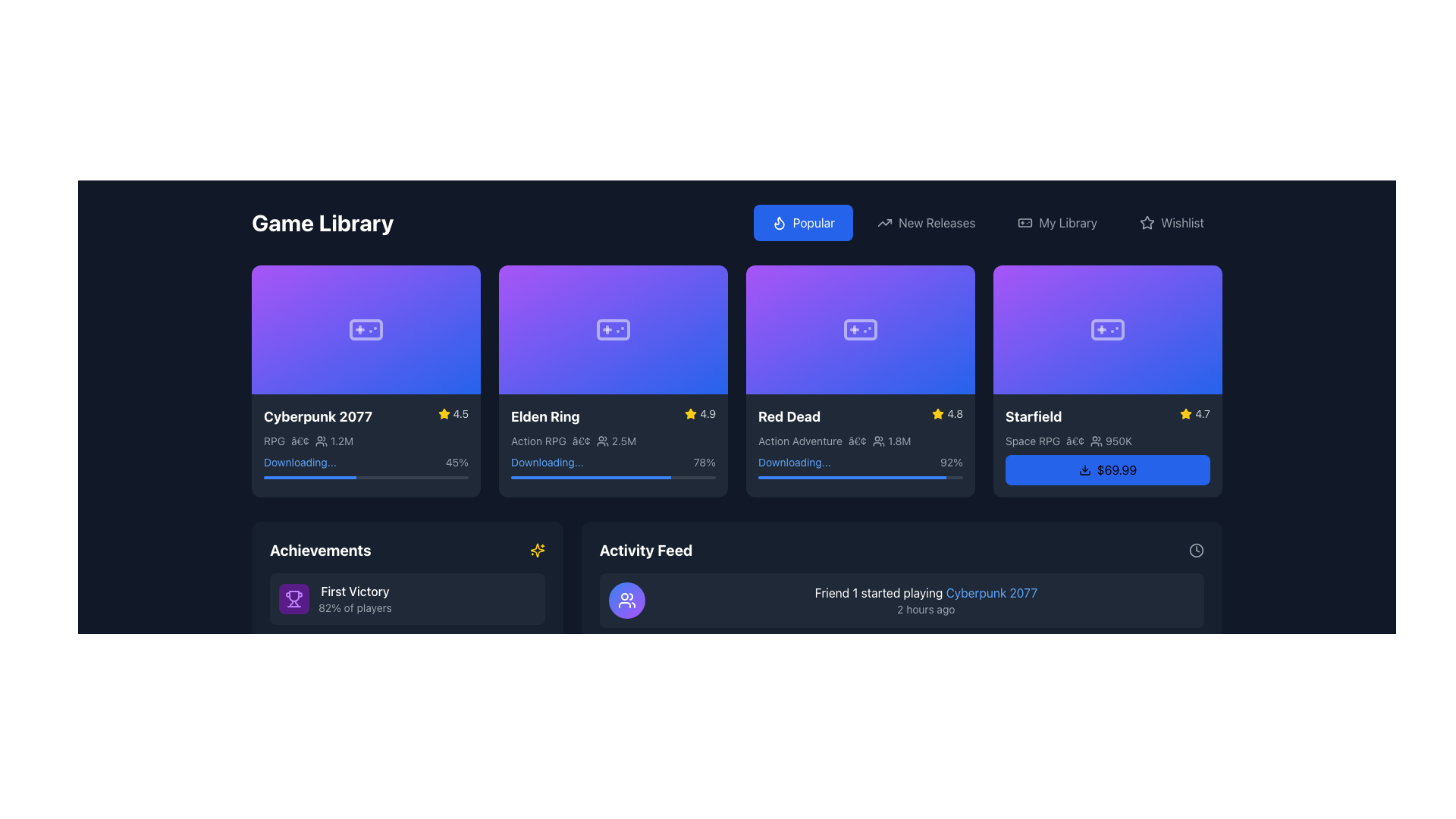  What do you see at coordinates (1111, 441) in the screenshot?
I see `the Text label indicating the numeric value of user count or player base, which is positioned next to an icon of a group of people` at bounding box center [1111, 441].